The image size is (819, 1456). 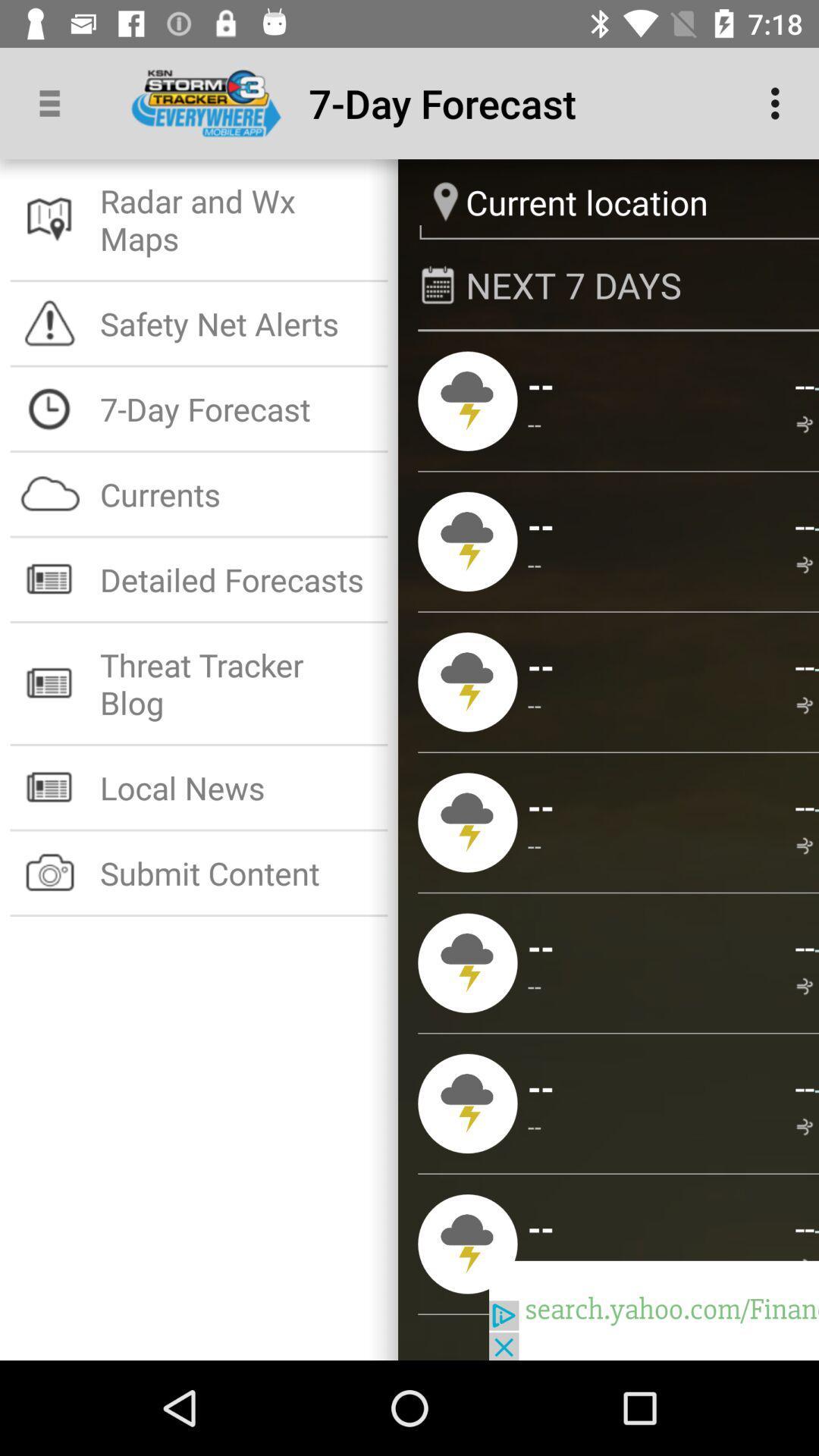 I want to click on the 7th icon, so click(x=467, y=1244).